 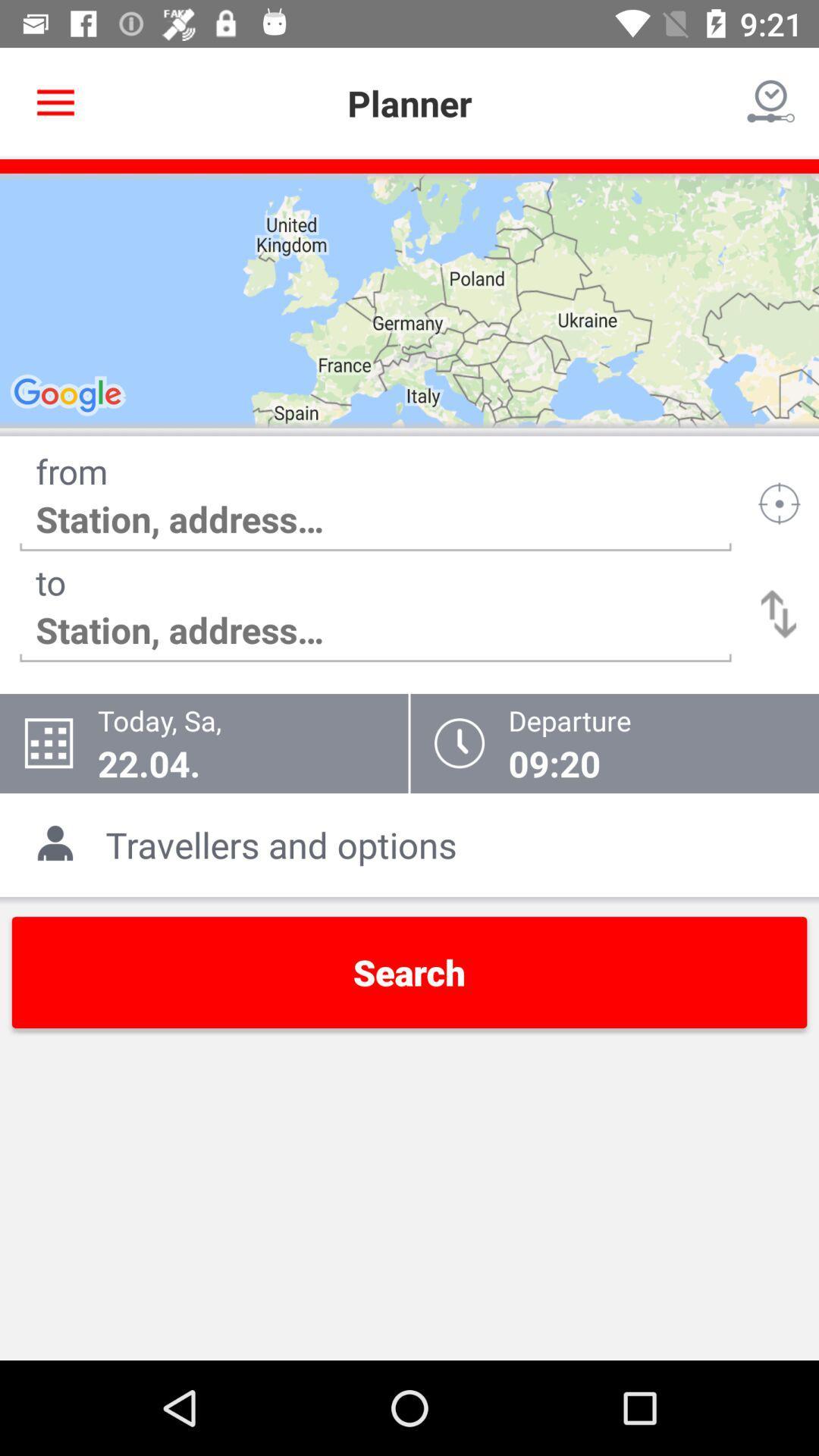 What do you see at coordinates (55, 102) in the screenshot?
I see `icon to the left of planner icon` at bounding box center [55, 102].